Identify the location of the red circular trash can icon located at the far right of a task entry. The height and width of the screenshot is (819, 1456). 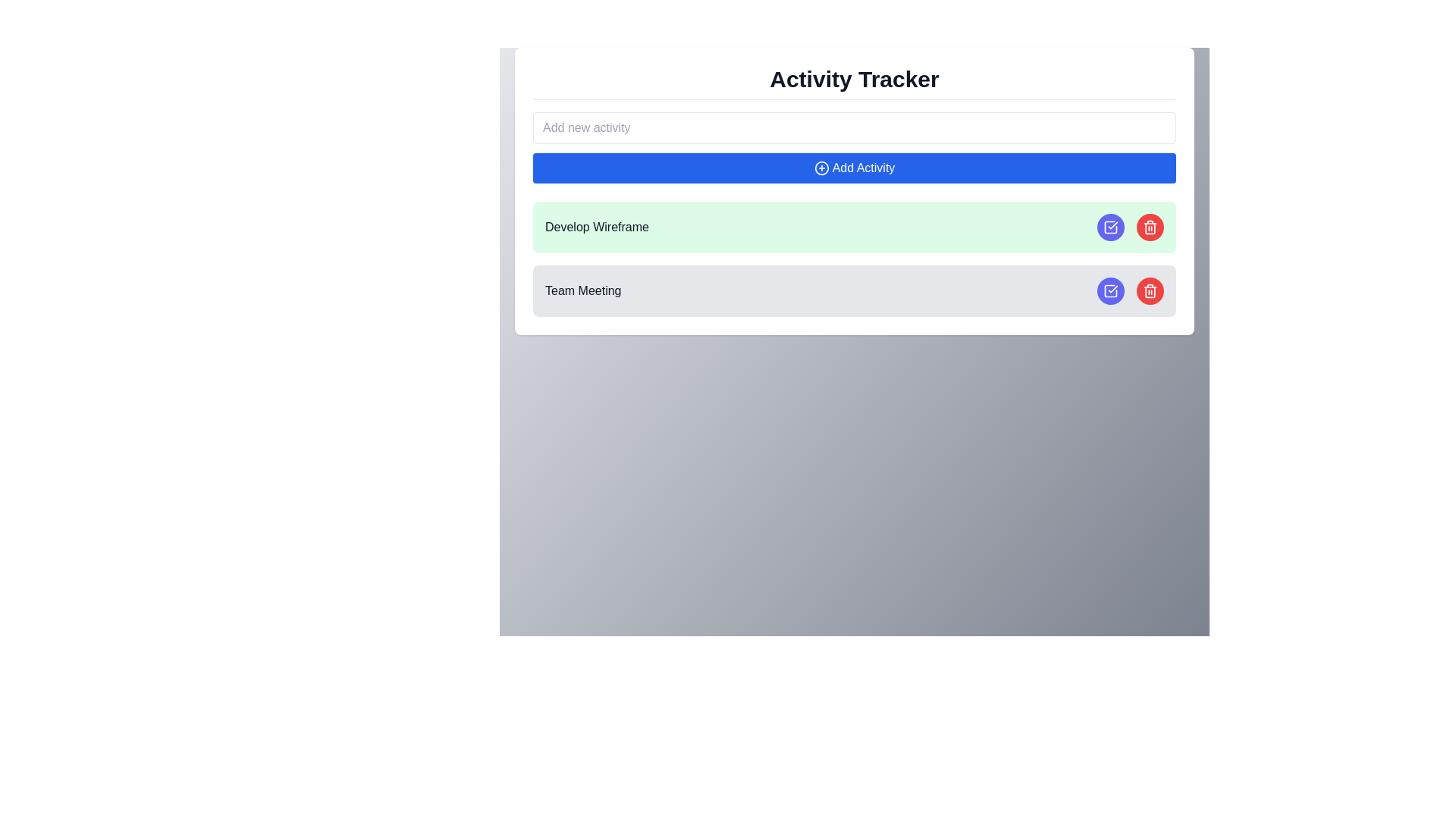
(1150, 291).